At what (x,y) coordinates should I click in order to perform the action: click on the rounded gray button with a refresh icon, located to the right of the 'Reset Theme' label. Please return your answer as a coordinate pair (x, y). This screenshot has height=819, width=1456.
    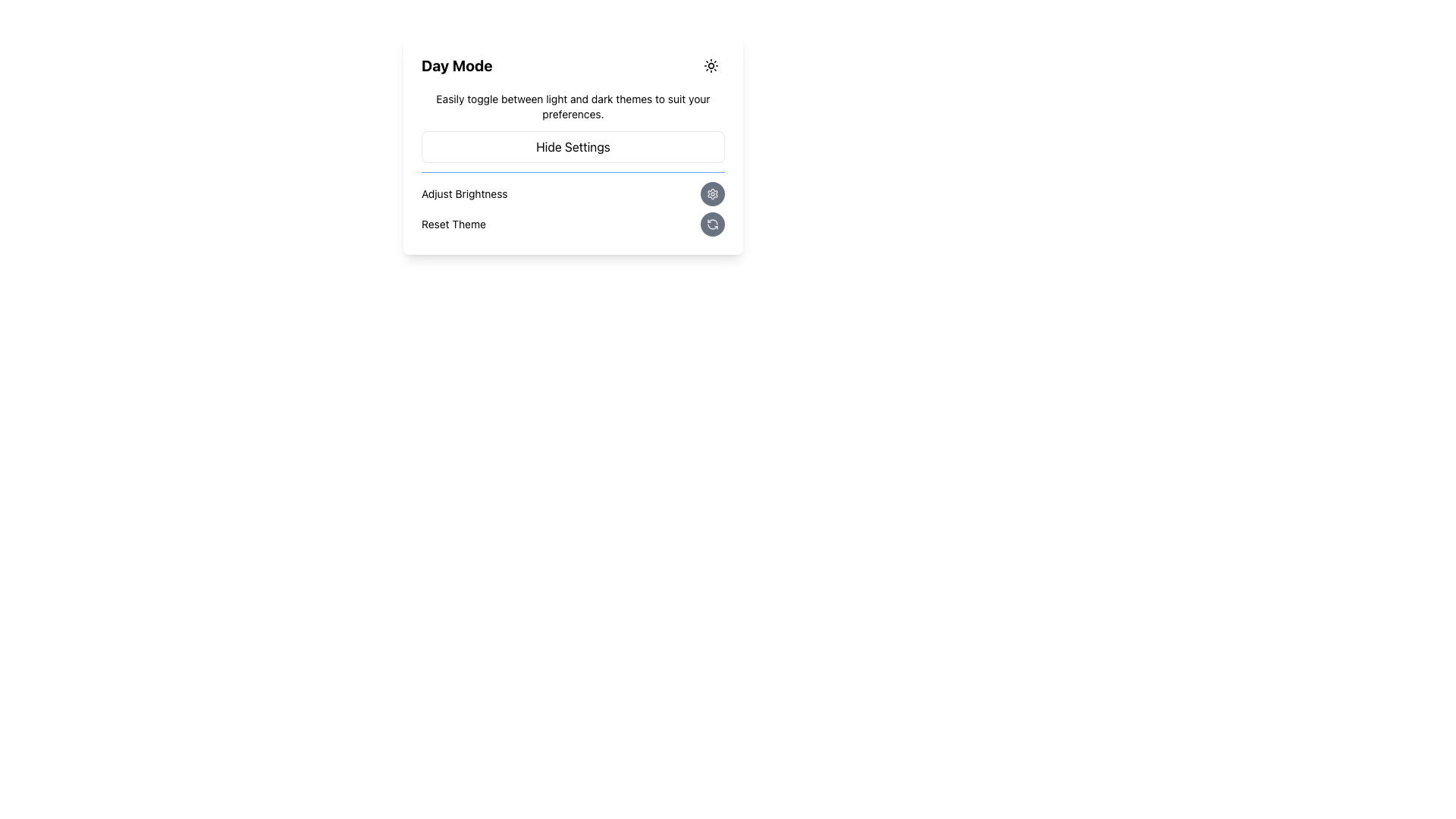
    Looking at the image, I should click on (712, 224).